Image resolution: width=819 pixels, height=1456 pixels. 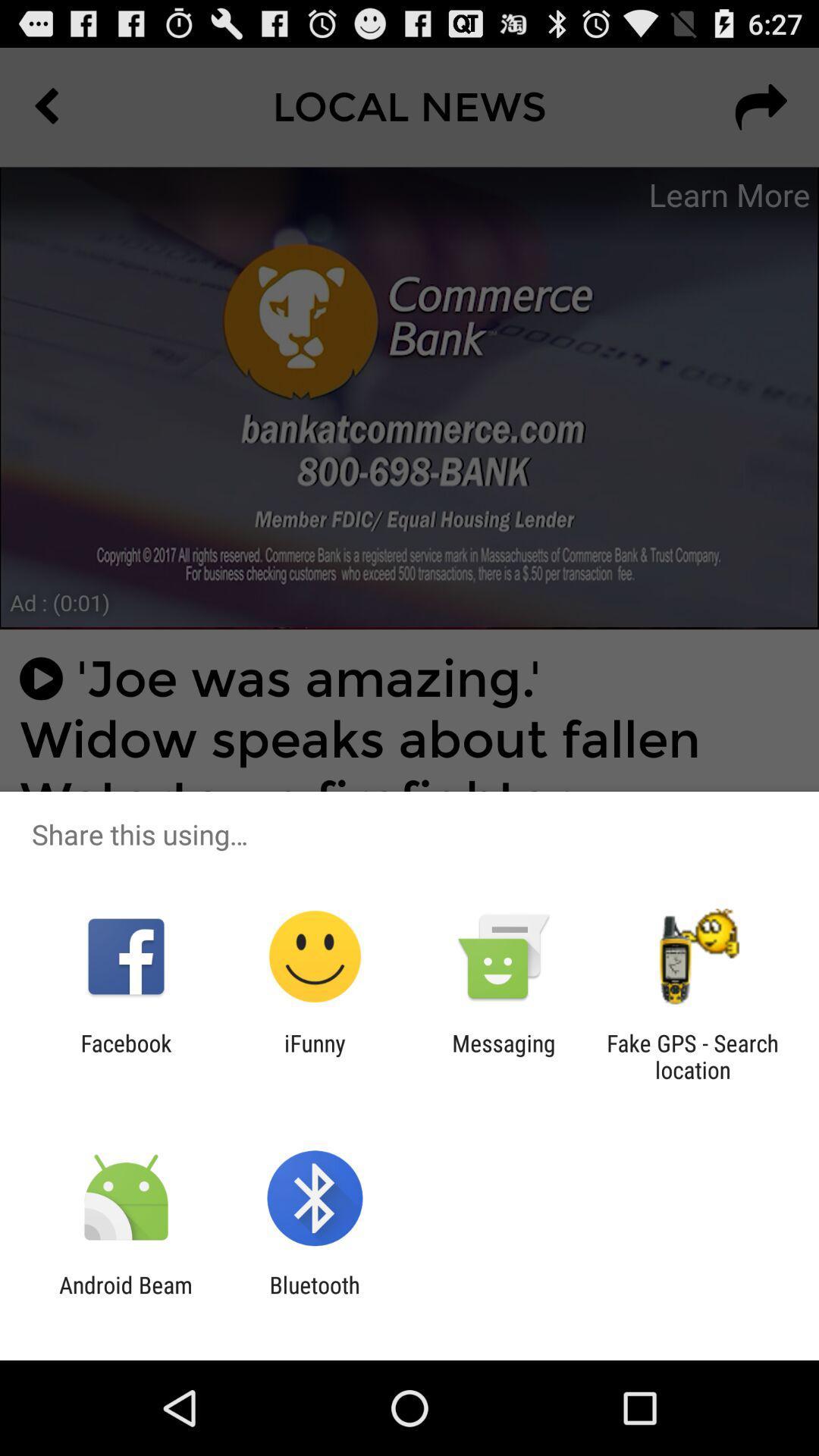 I want to click on app to the left of the bluetooth app, so click(x=125, y=1298).